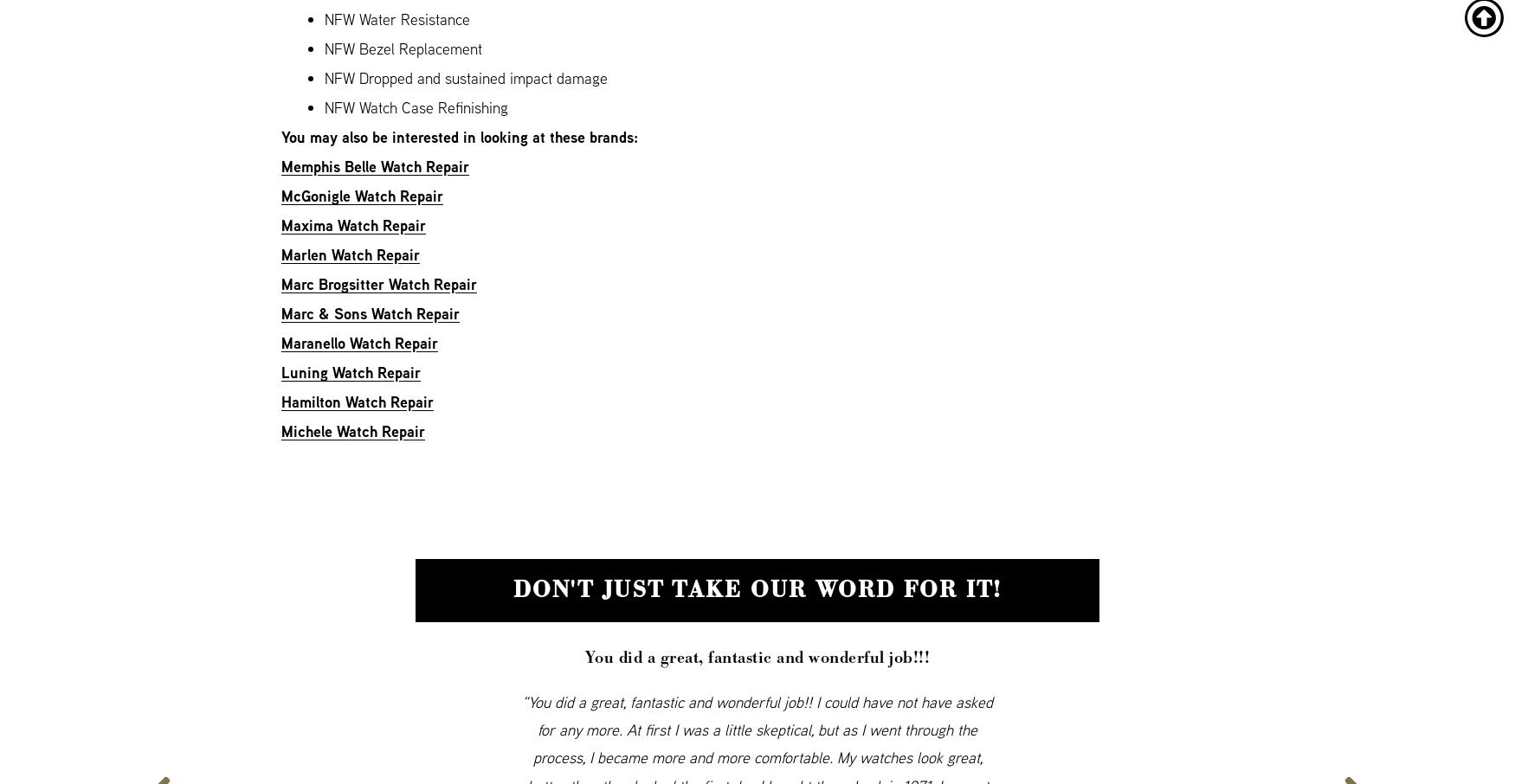 This screenshot has width=1515, height=784. What do you see at coordinates (458, 137) in the screenshot?
I see `'You may also be interested in looking at these brands:'` at bounding box center [458, 137].